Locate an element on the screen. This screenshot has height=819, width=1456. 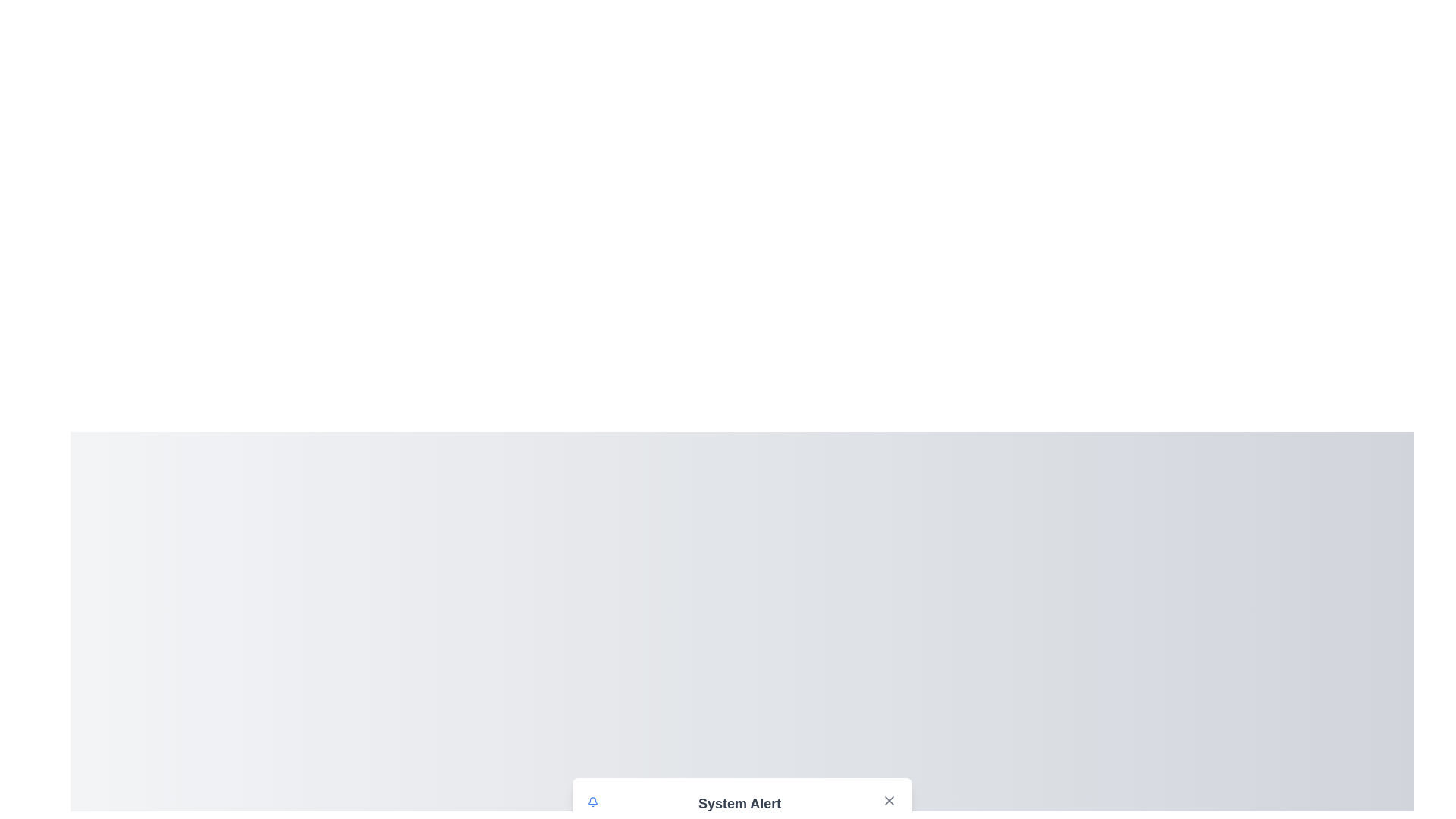
the close button of the notification message titled 'System Alert' is located at coordinates (889, 800).